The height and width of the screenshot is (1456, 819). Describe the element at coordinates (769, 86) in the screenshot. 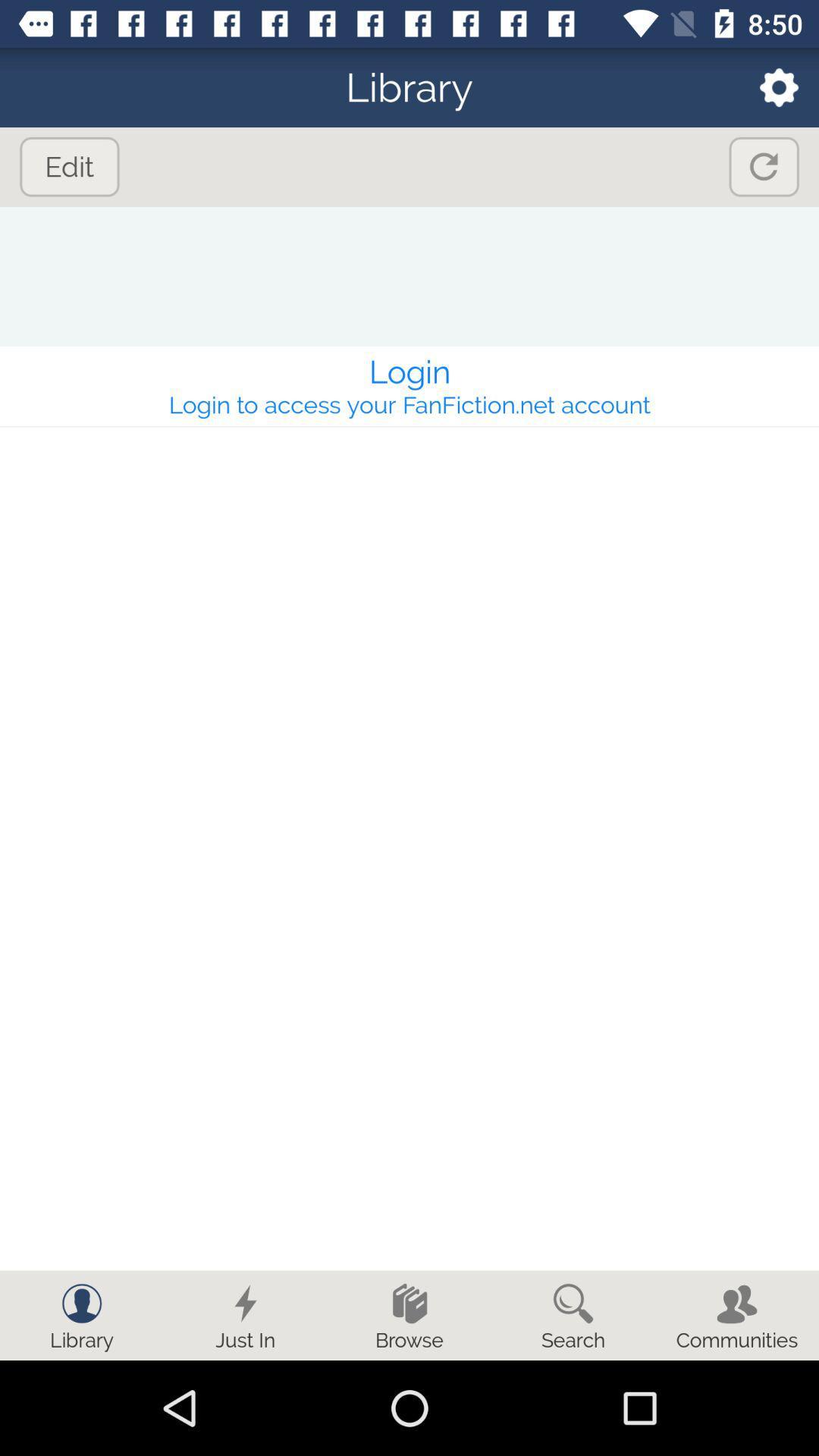

I see `the icon next to the library icon` at that location.